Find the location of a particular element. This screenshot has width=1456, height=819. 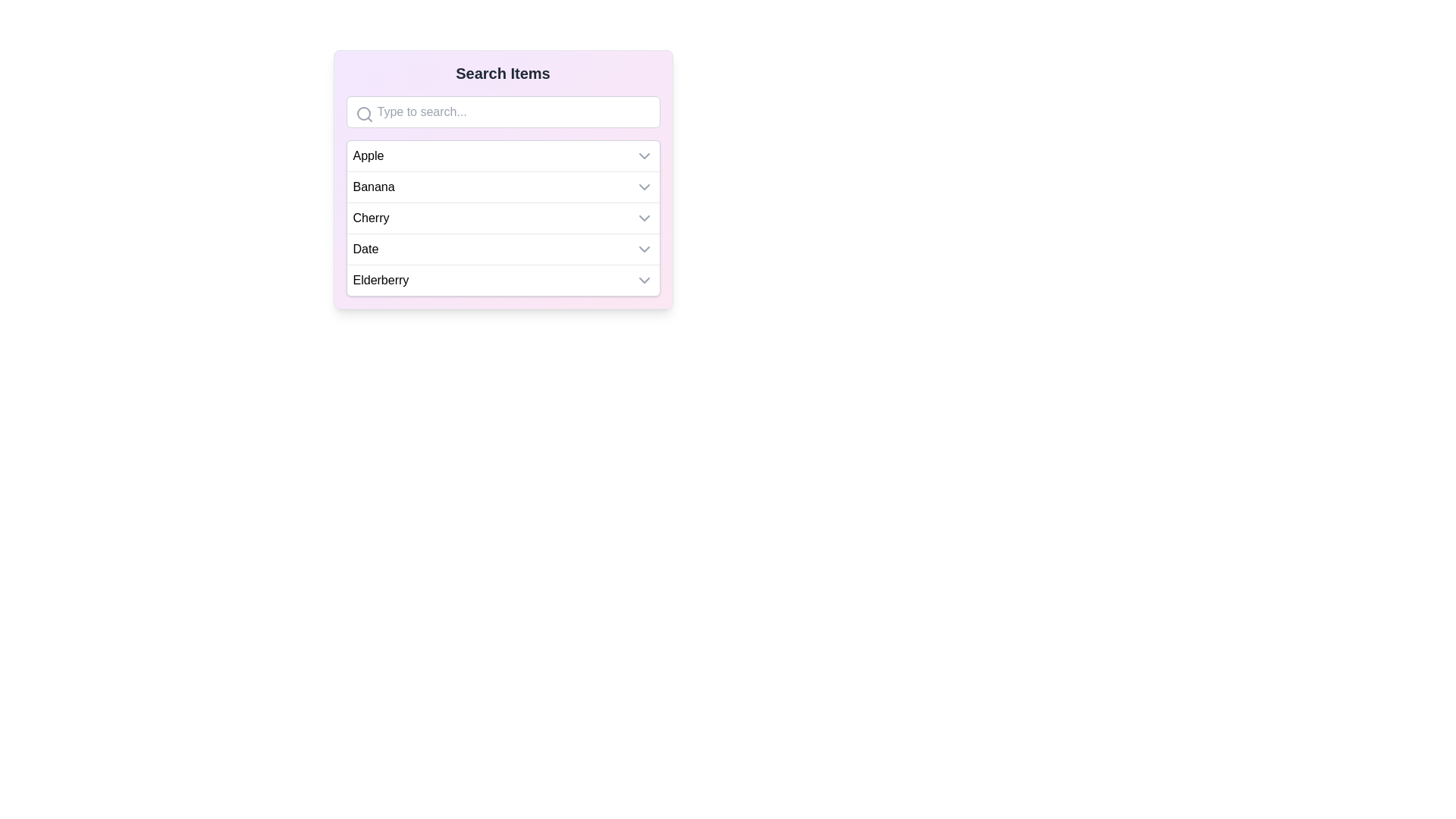

to select the list item labeled 'Elderberry', which is the fifth item in a vertical list of fruit names is located at coordinates (503, 280).